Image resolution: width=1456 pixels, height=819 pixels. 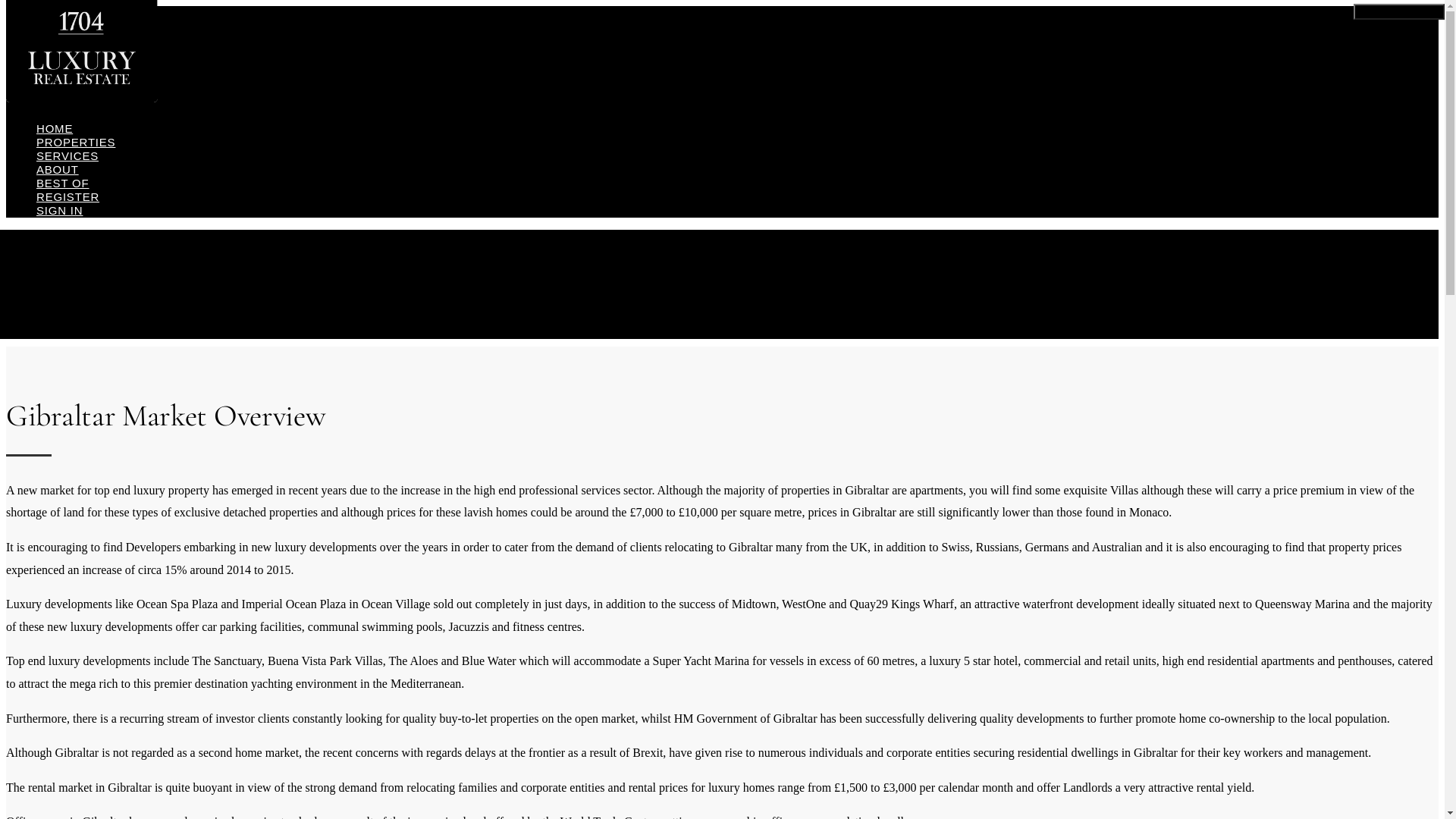 What do you see at coordinates (58, 169) in the screenshot?
I see `'ABOUT'` at bounding box center [58, 169].